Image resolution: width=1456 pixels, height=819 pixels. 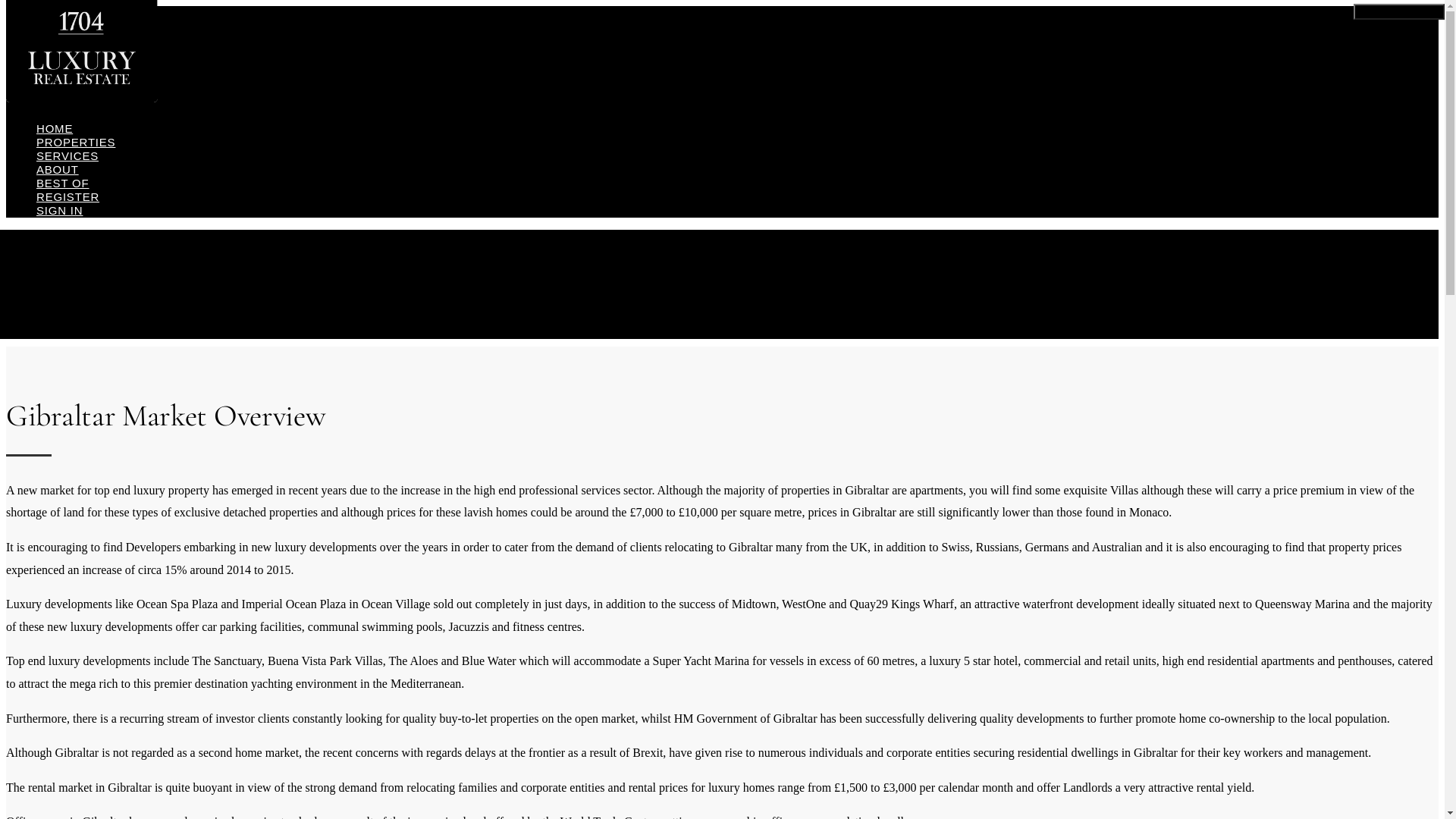 What do you see at coordinates (58, 169) in the screenshot?
I see `'ABOUT'` at bounding box center [58, 169].